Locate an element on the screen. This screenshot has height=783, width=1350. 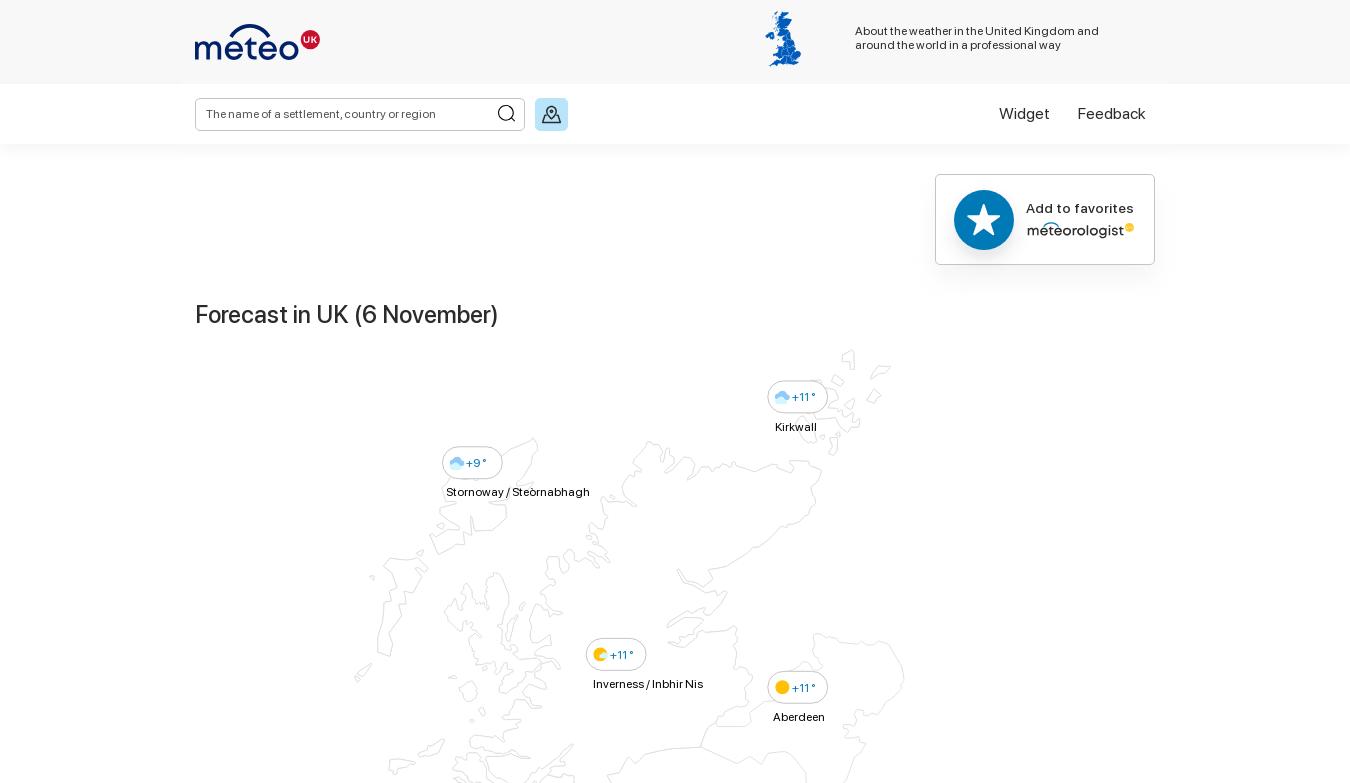
'Aberdeen' is located at coordinates (799, 714).